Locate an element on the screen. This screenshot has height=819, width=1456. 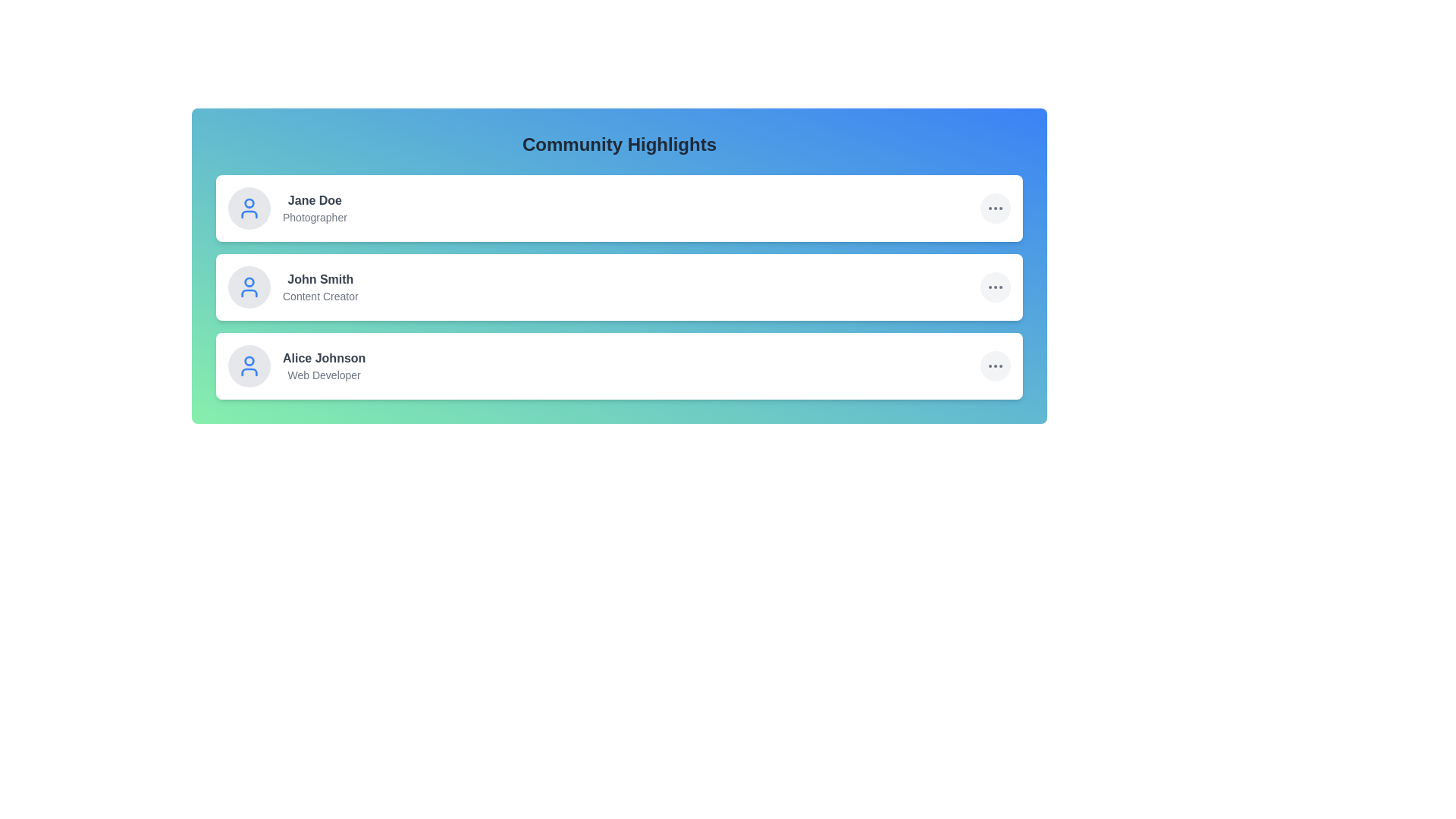
circular user avatar icon with a blue outline and light gray fill, located in the left part of the second entry in a vertically stacked list of user profiles is located at coordinates (249, 281).